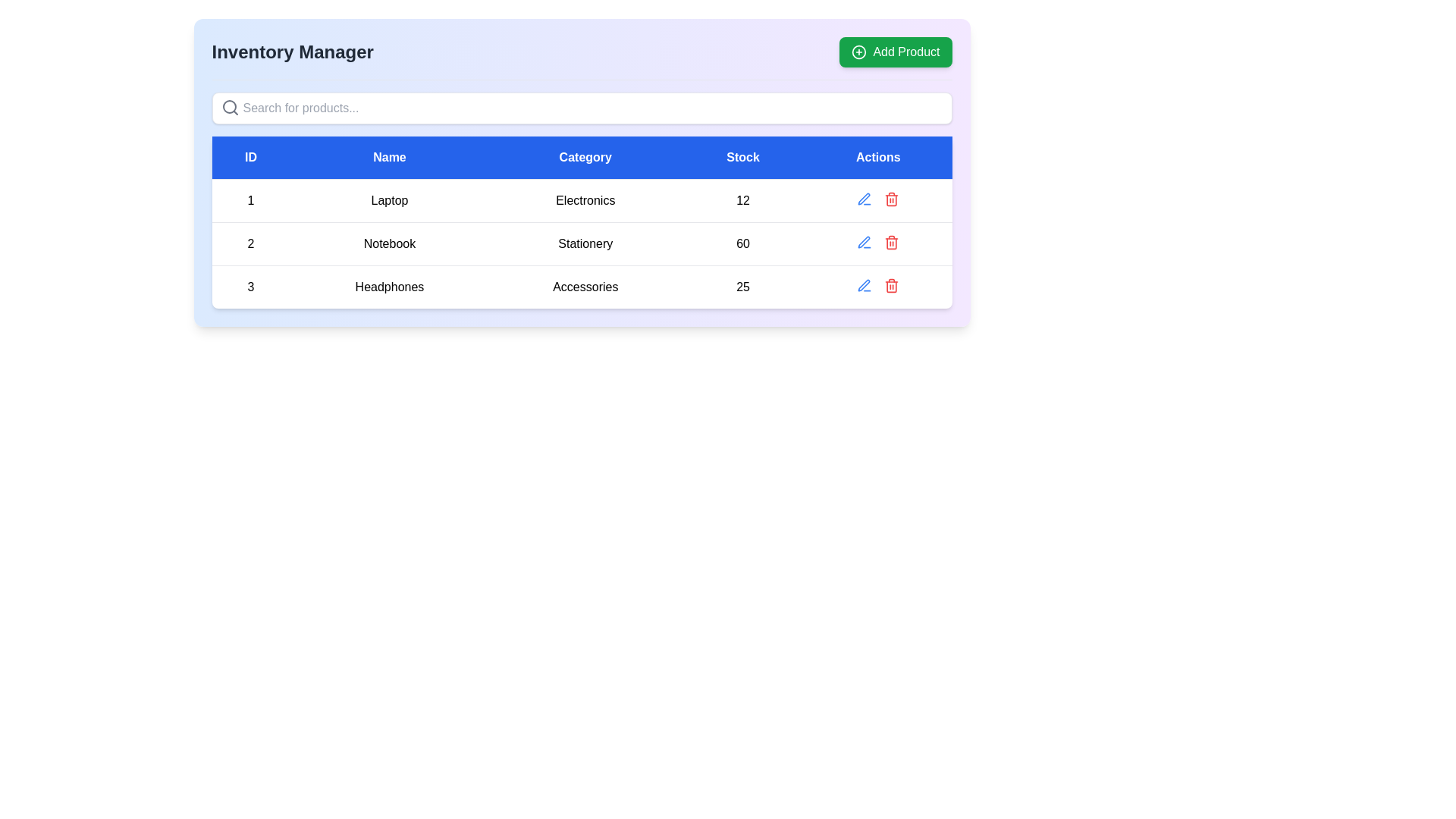  I want to click on the 'Category' text label in the first row of the table that displays 'Laptop' as the product name, so click(585, 200).